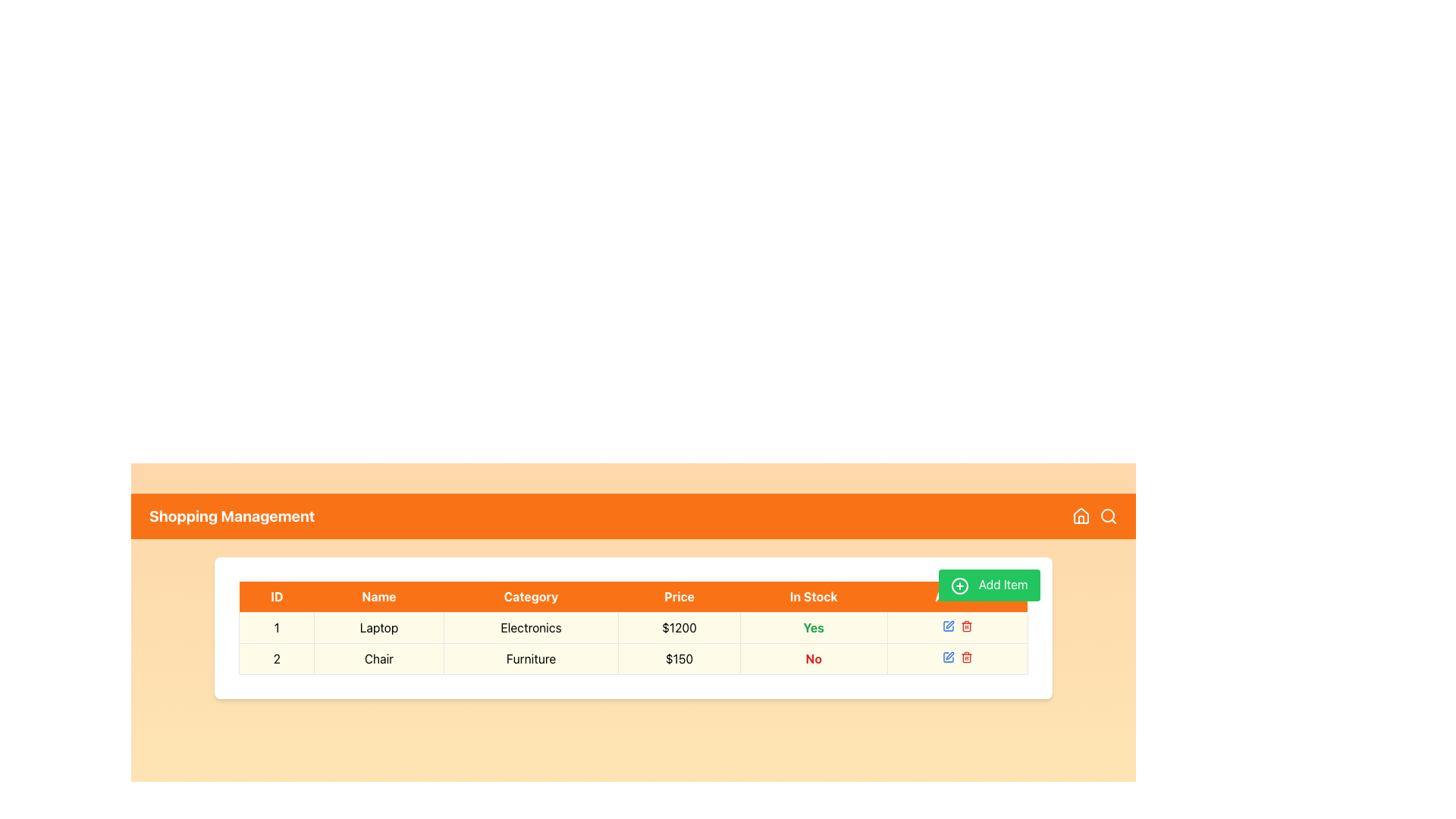  I want to click on the delete icon button located in the bottom-right section of the table corresponding to the 'Chair' item, so click(965, 657).